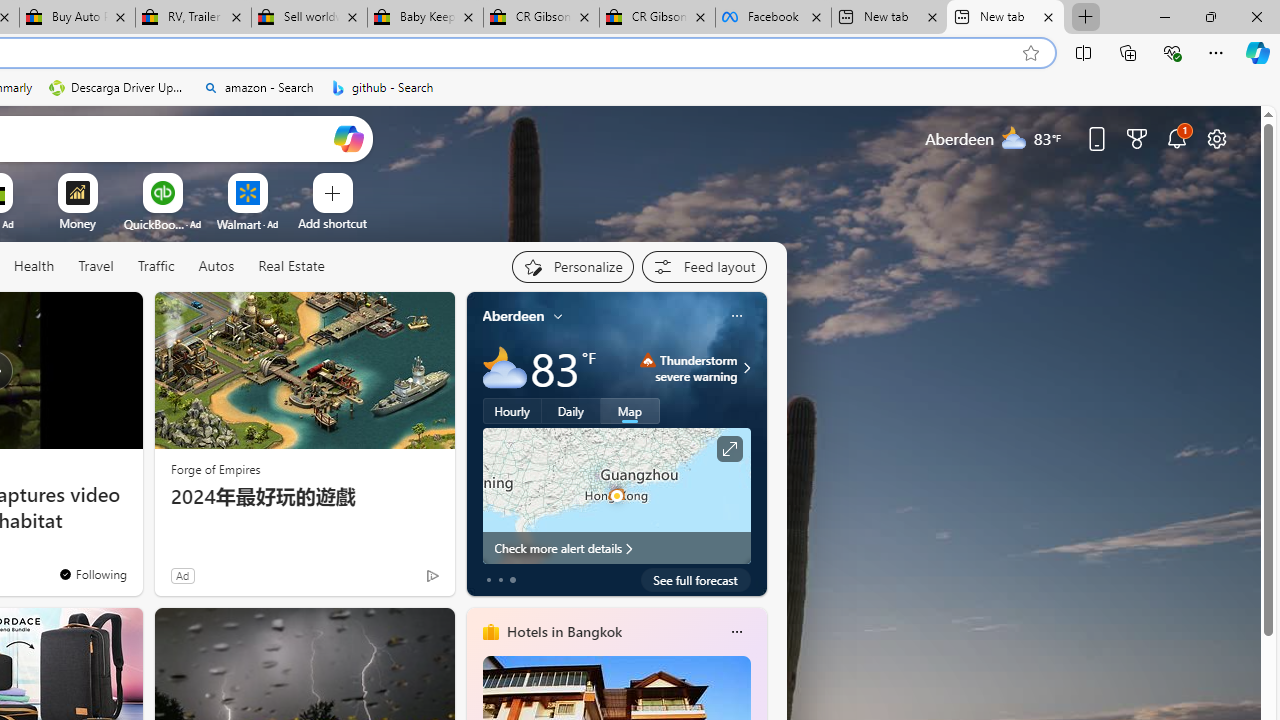  I want to click on 'See full forecast', so click(695, 579).